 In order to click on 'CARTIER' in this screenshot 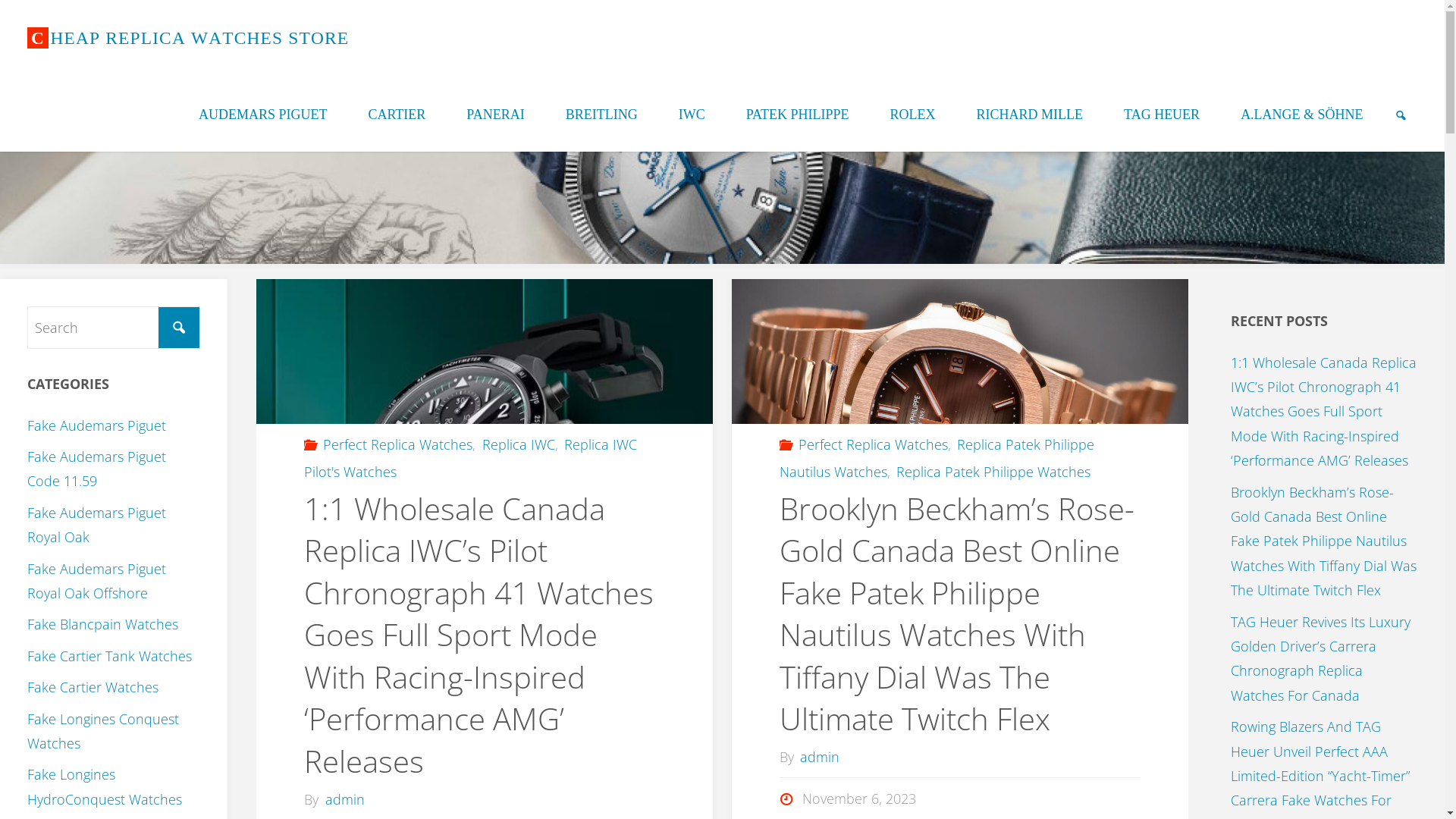, I will do `click(397, 113)`.